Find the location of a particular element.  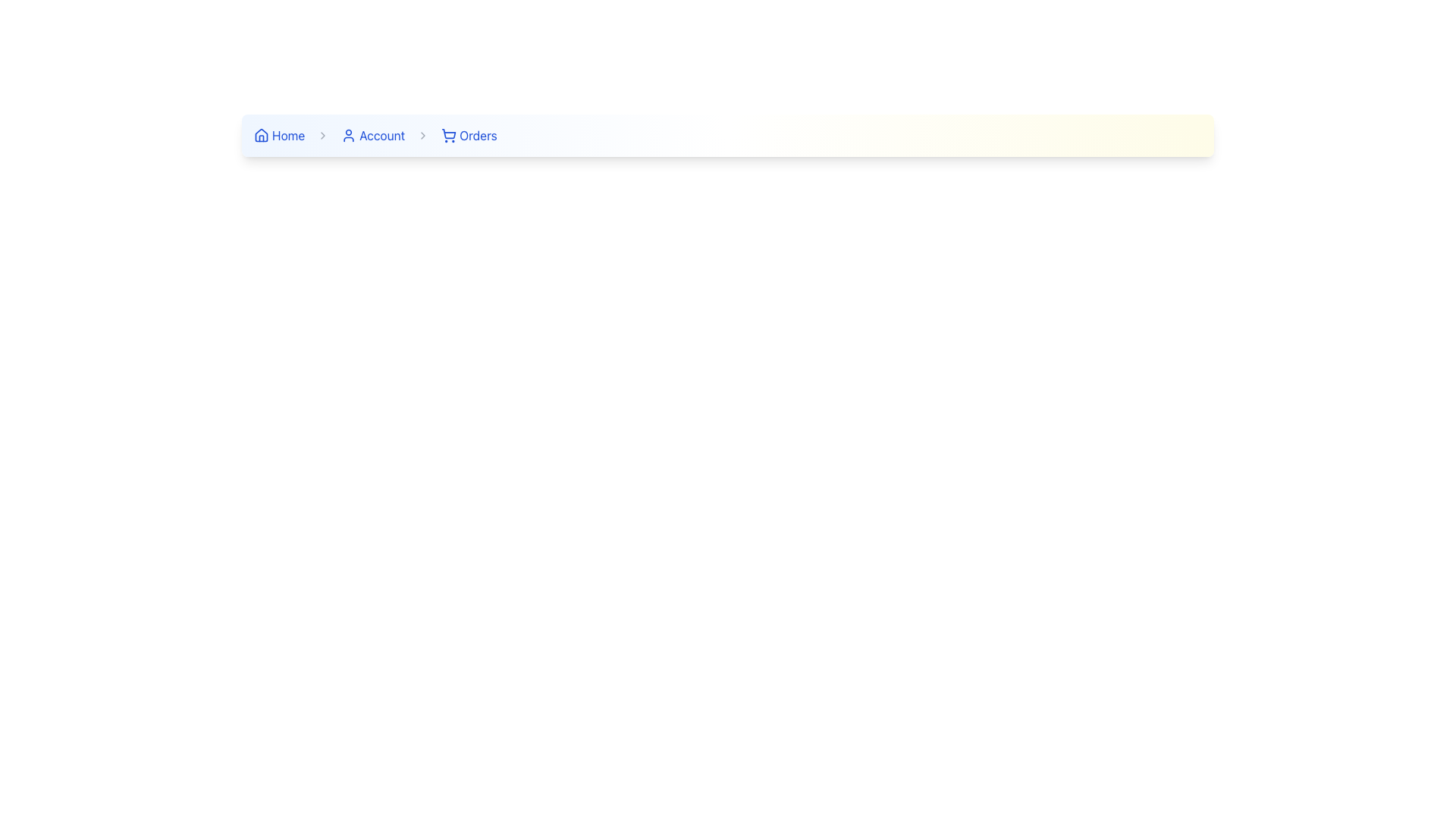

the 'Account' hyperlink in the breadcrumb navigation bar is located at coordinates (373, 134).